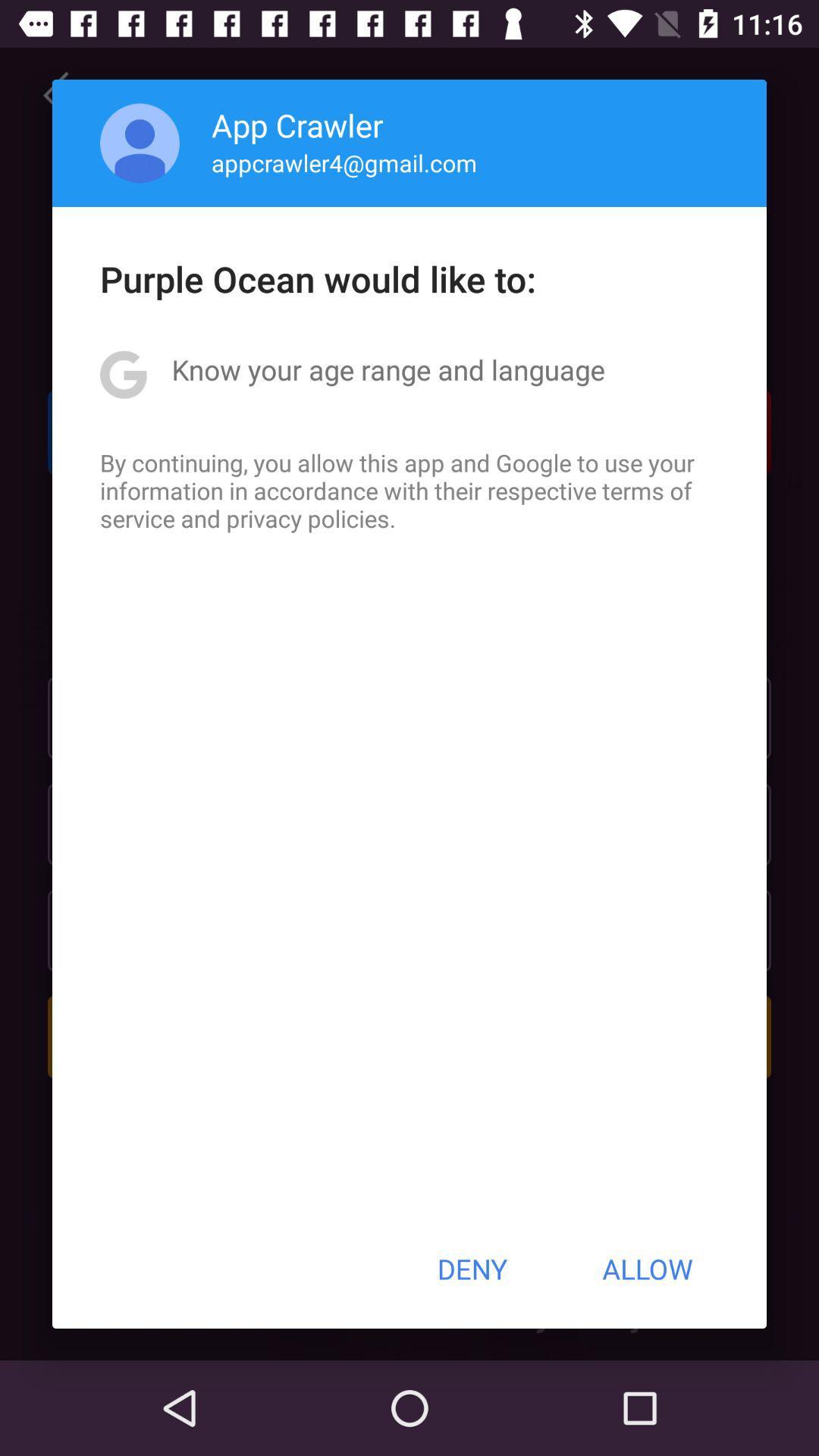 This screenshot has width=819, height=1456. Describe the element at coordinates (471, 1269) in the screenshot. I see `the deny button` at that location.